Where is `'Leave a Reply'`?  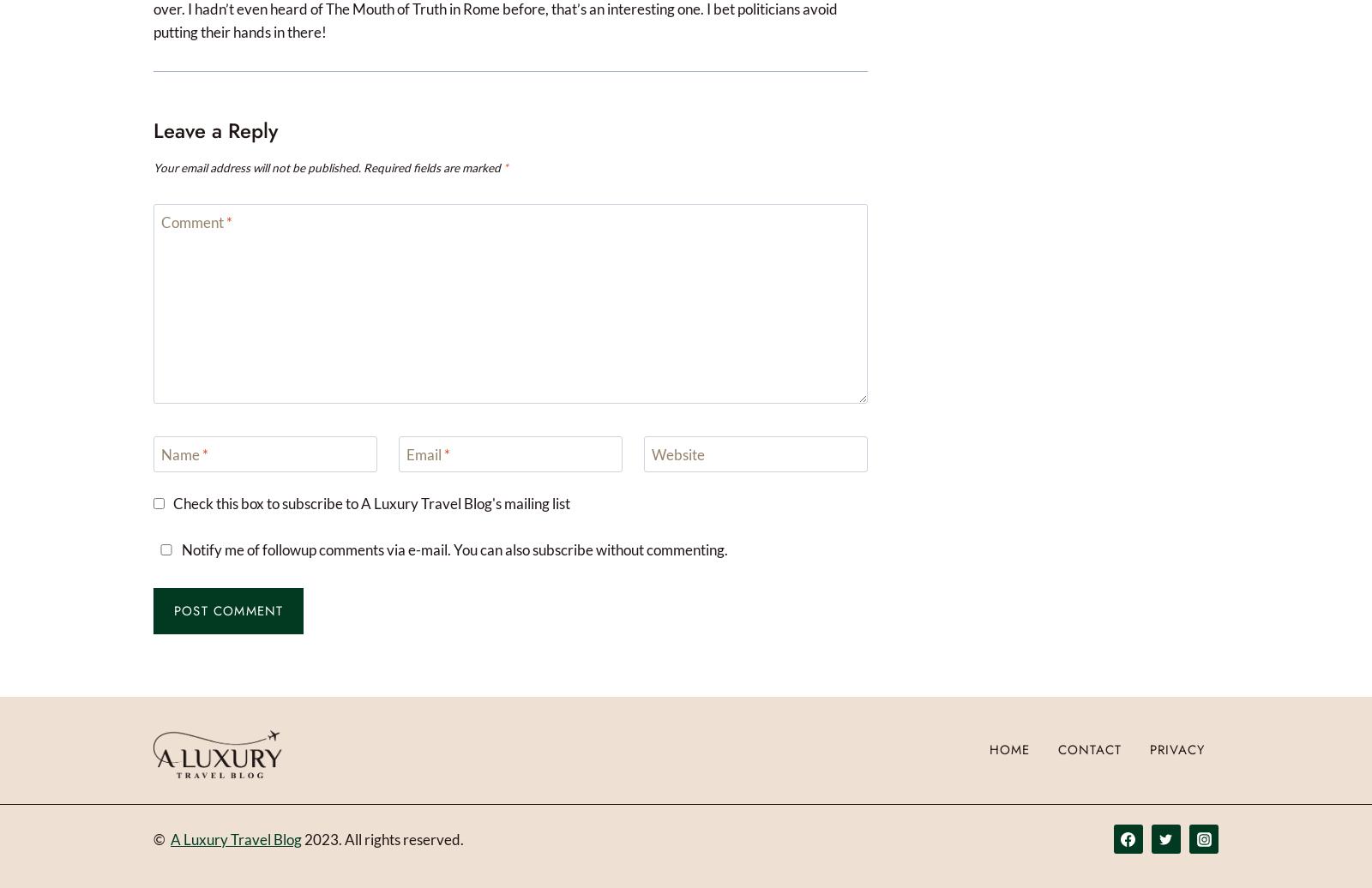 'Leave a Reply' is located at coordinates (215, 129).